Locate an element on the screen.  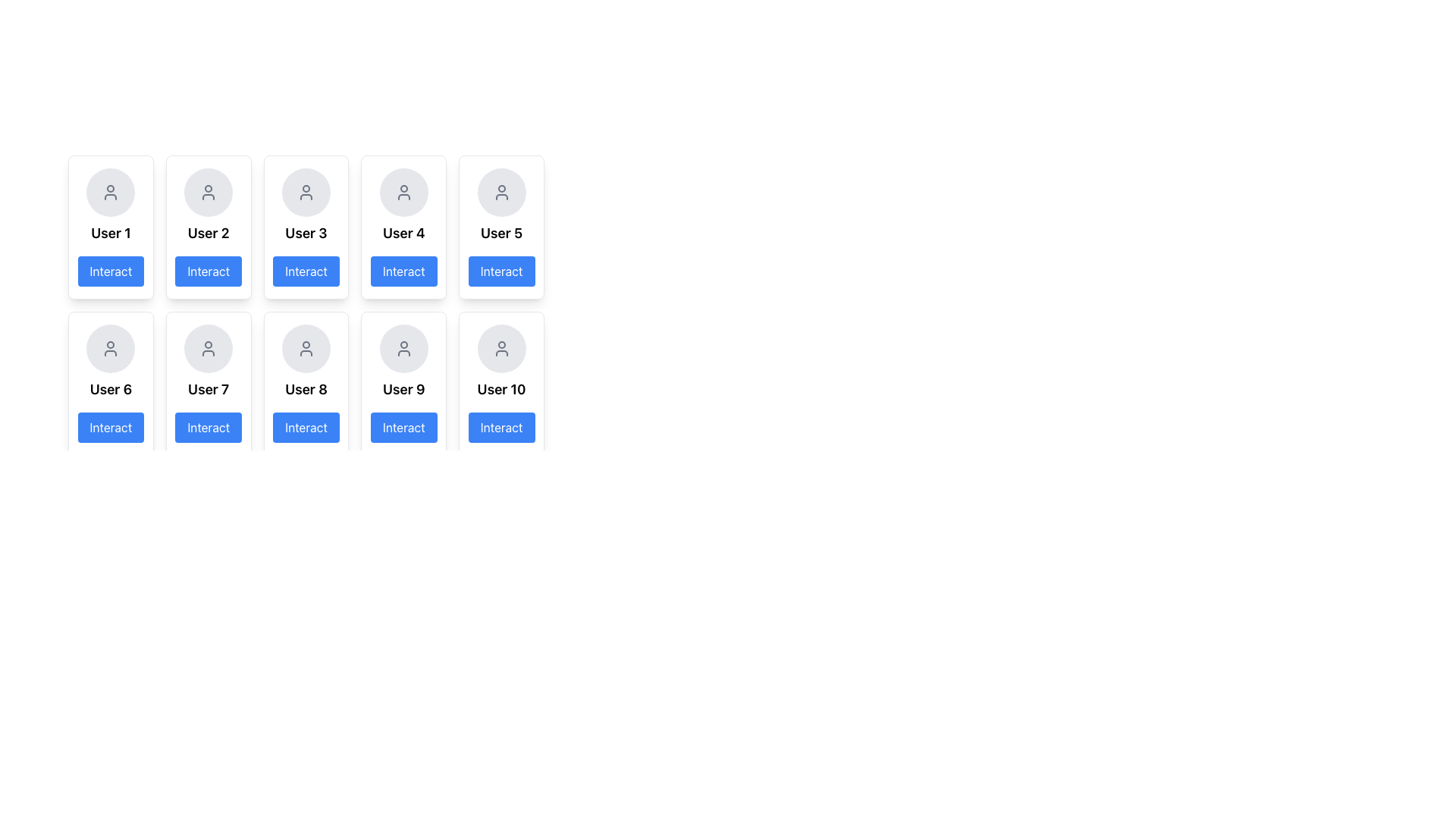
the Text label that identifies the user card in the second row and first column of the grid layout, positioned above the 'Interact' button is located at coordinates (110, 388).